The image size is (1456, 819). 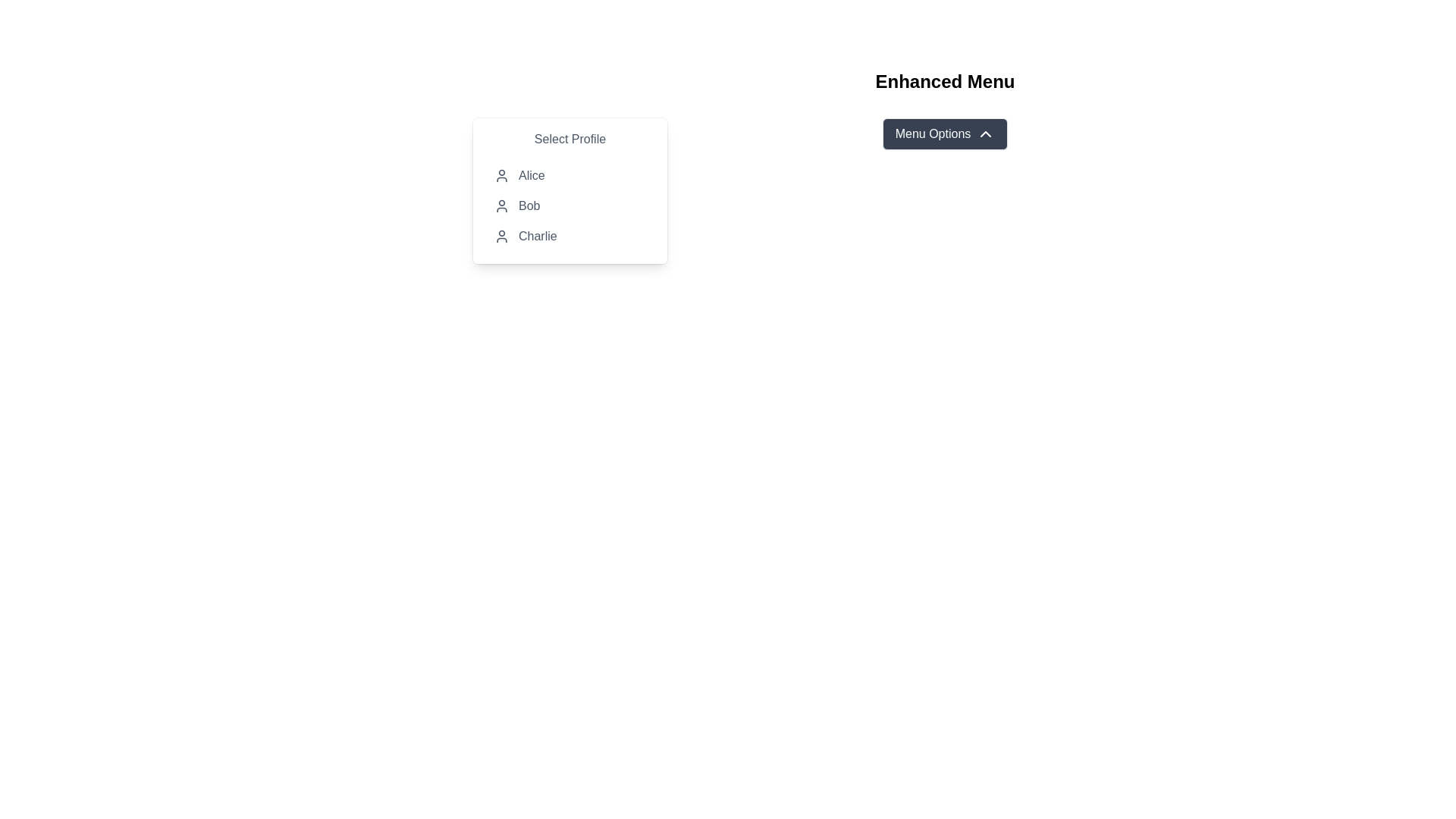 I want to click on the user profile list item named 'Alice', so click(x=570, y=174).